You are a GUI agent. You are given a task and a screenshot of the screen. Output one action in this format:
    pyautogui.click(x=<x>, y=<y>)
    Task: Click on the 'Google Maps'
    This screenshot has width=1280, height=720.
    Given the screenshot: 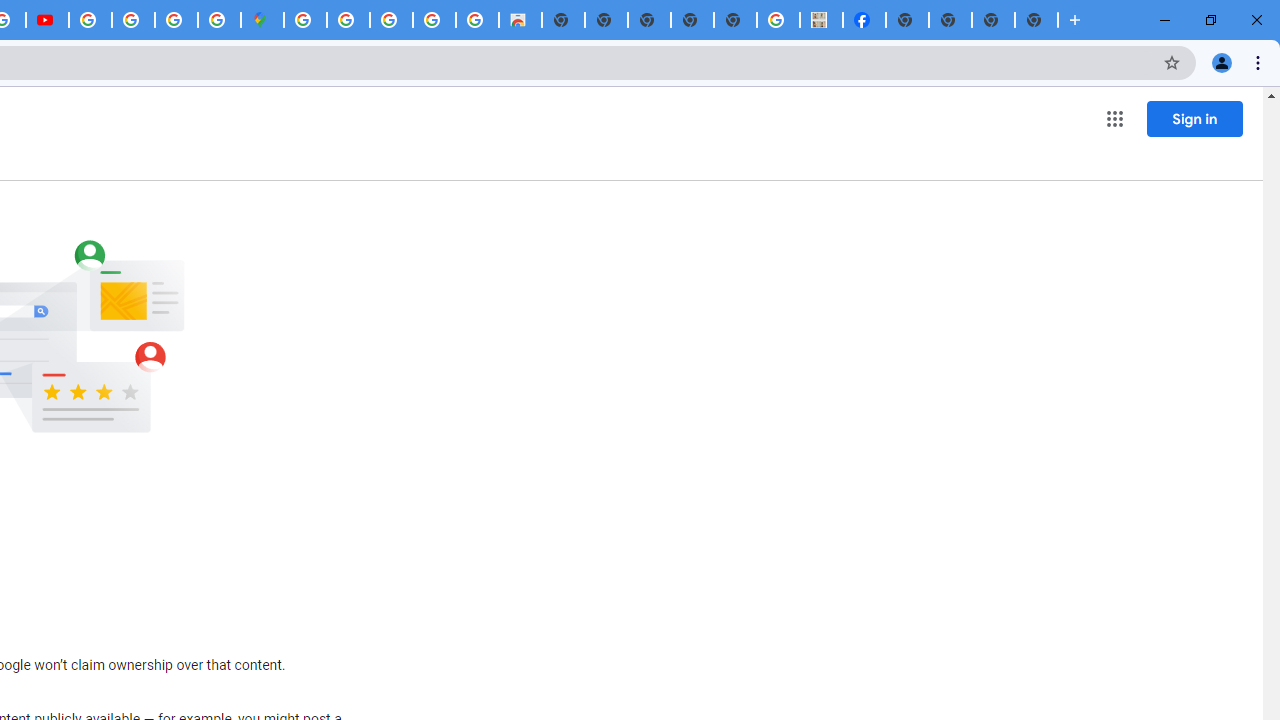 What is the action you would take?
    pyautogui.click(x=261, y=20)
    